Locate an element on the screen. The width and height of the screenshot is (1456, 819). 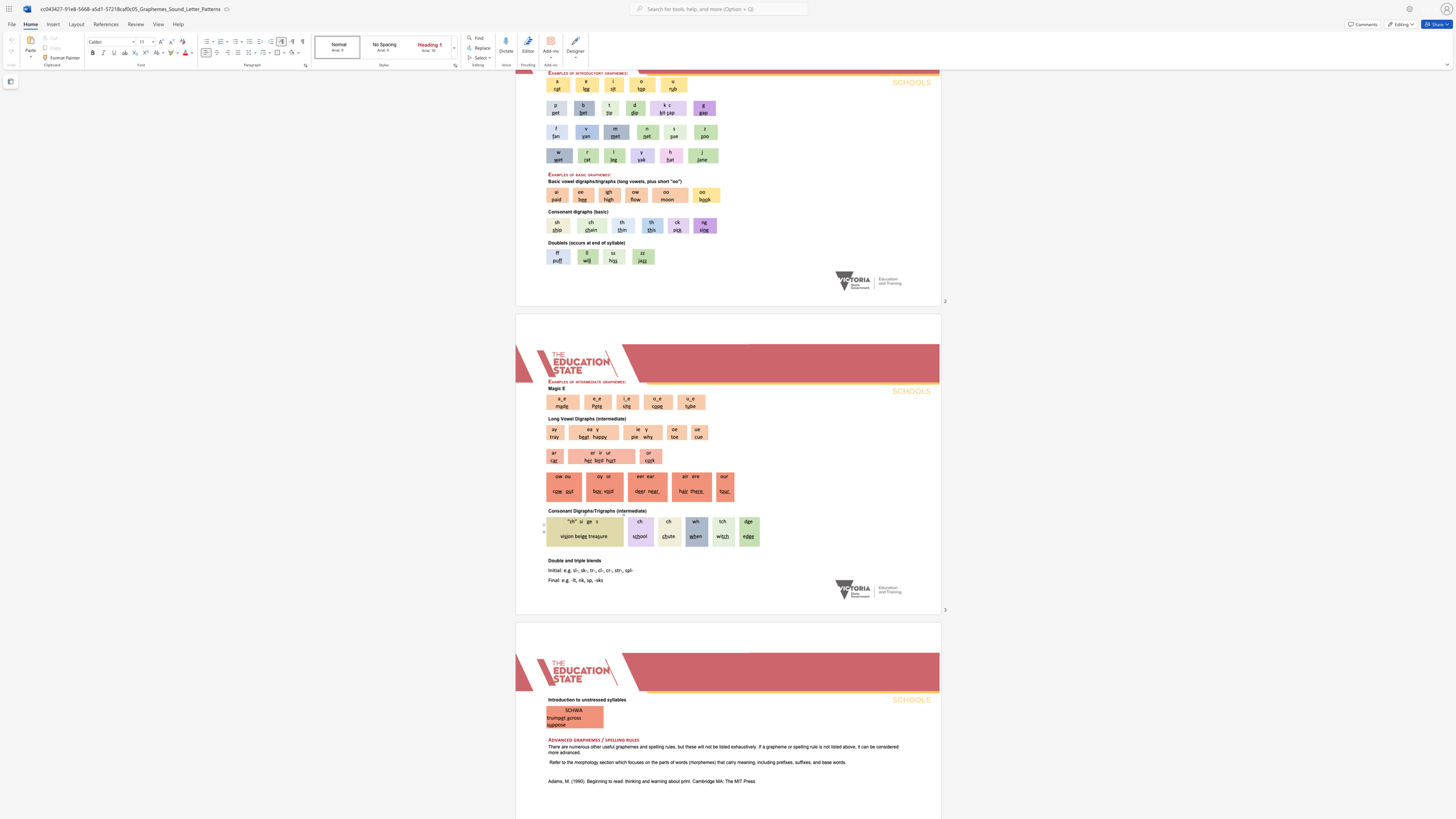
the space between the continuous character "a" and "l" in the text is located at coordinates (557, 580).